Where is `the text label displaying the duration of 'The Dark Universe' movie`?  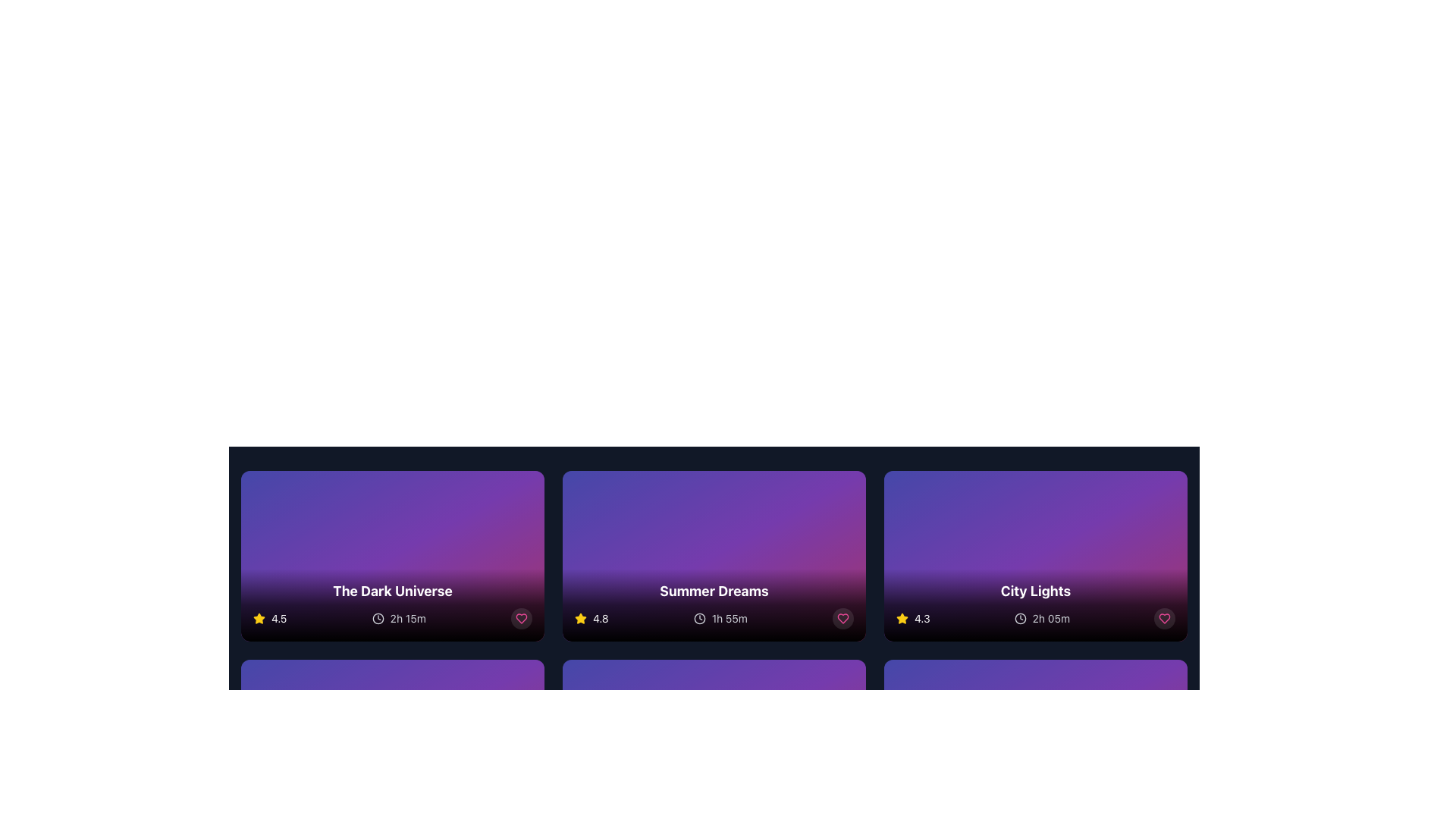 the text label displaying the duration of 'The Dark Universe' movie is located at coordinates (408, 619).